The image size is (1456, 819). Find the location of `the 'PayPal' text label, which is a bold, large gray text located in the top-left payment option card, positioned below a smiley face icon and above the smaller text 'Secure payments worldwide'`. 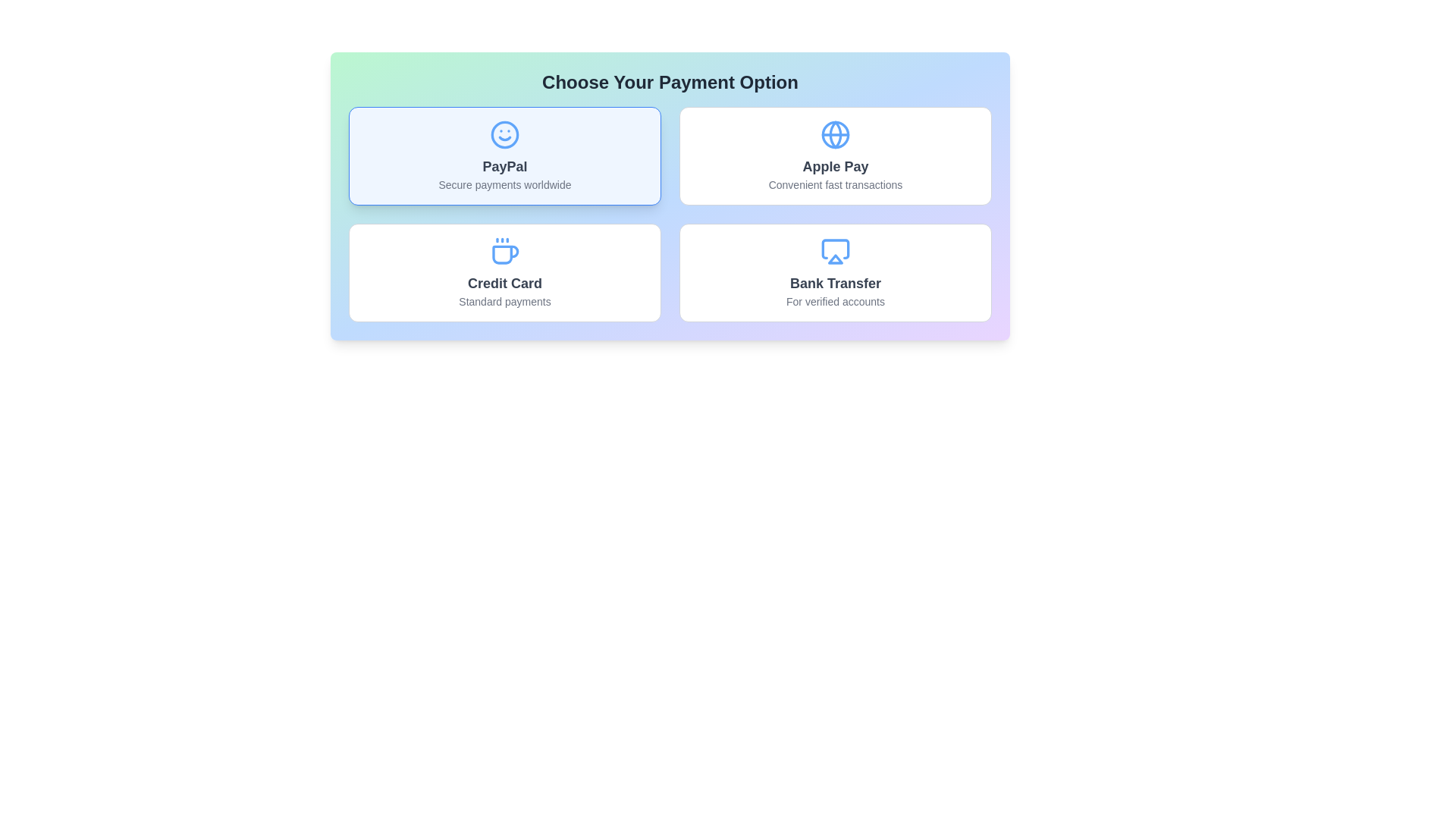

the 'PayPal' text label, which is a bold, large gray text located in the top-left payment option card, positioned below a smiley face icon and above the smaller text 'Secure payments worldwide' is located at coordinates (505, 166).